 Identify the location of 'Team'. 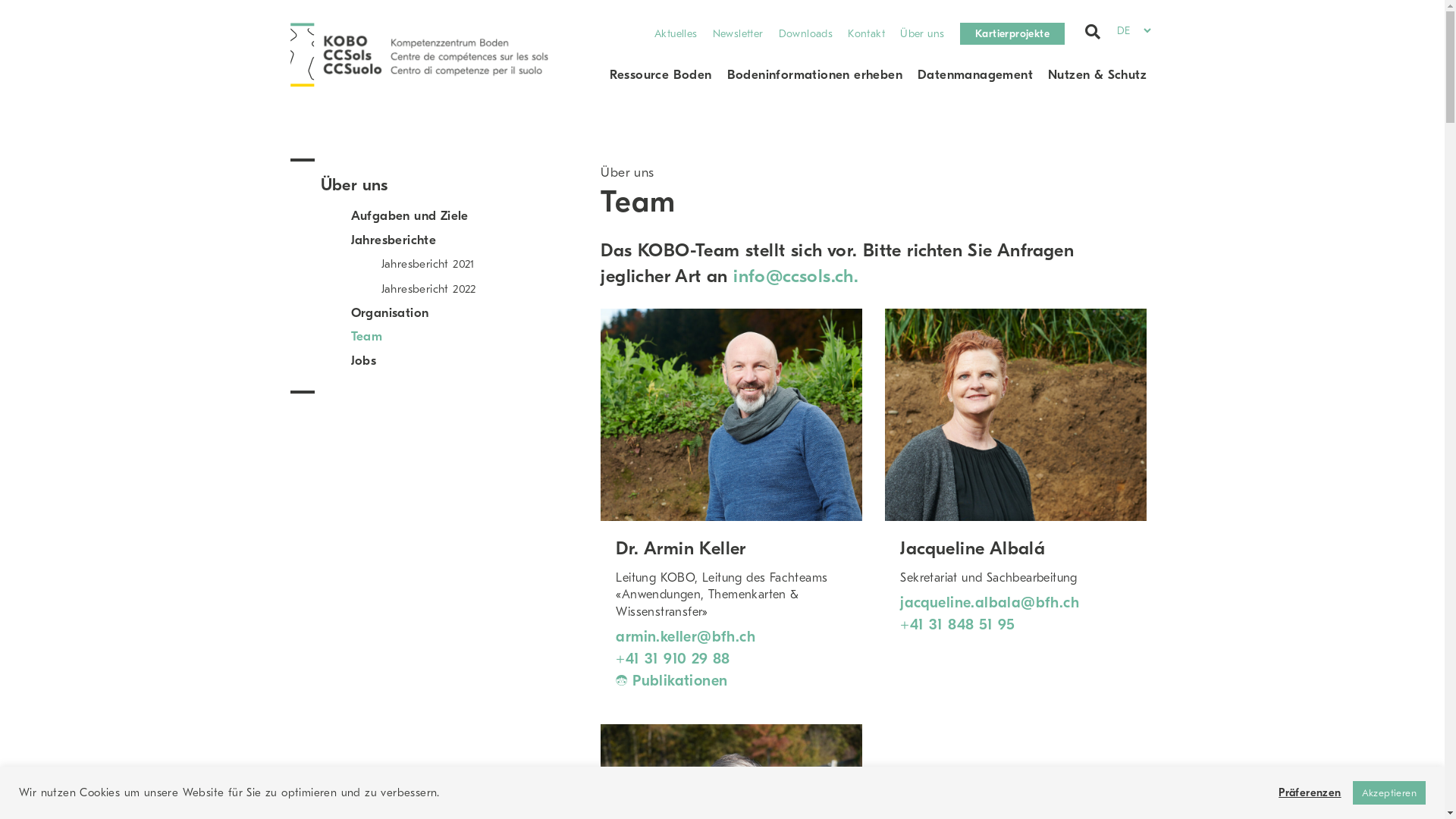
(366, 335).